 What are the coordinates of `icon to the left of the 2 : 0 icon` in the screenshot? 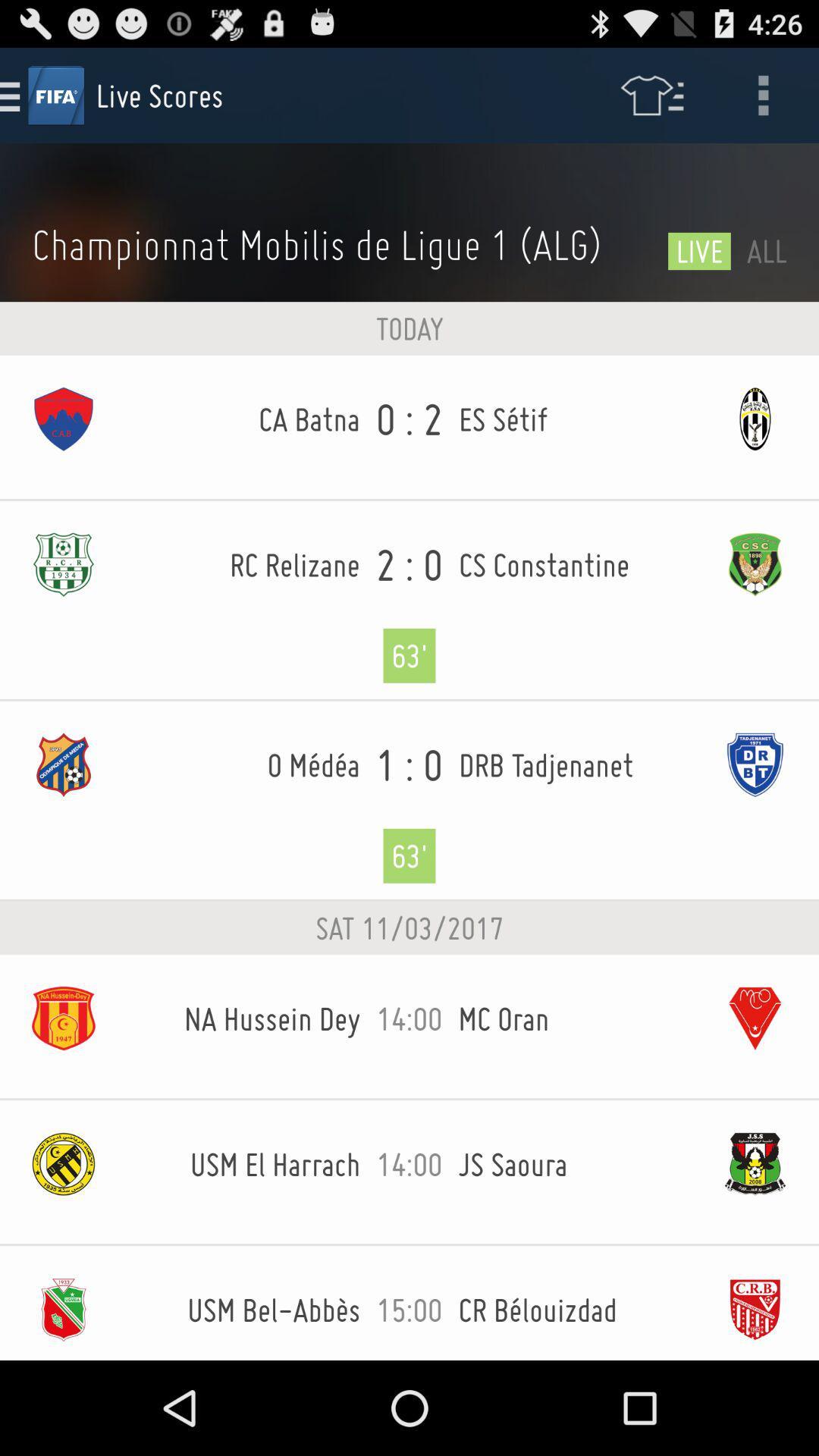 It's located at (243, 563).